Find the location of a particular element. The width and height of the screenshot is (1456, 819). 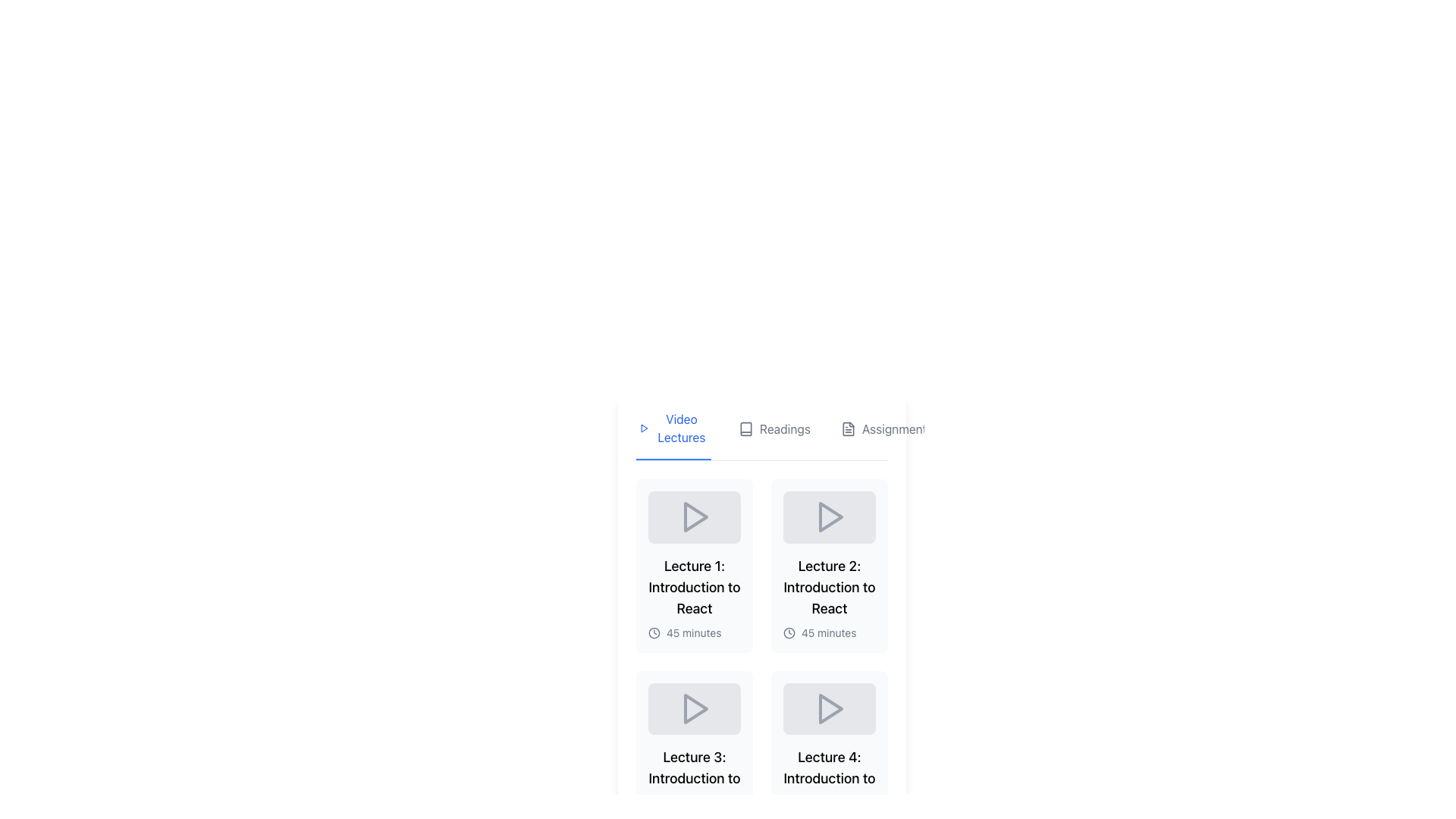

the 'Readings' icon located in the horizontal navigation bar near the top of the interface is located at coordinates (745, 429).